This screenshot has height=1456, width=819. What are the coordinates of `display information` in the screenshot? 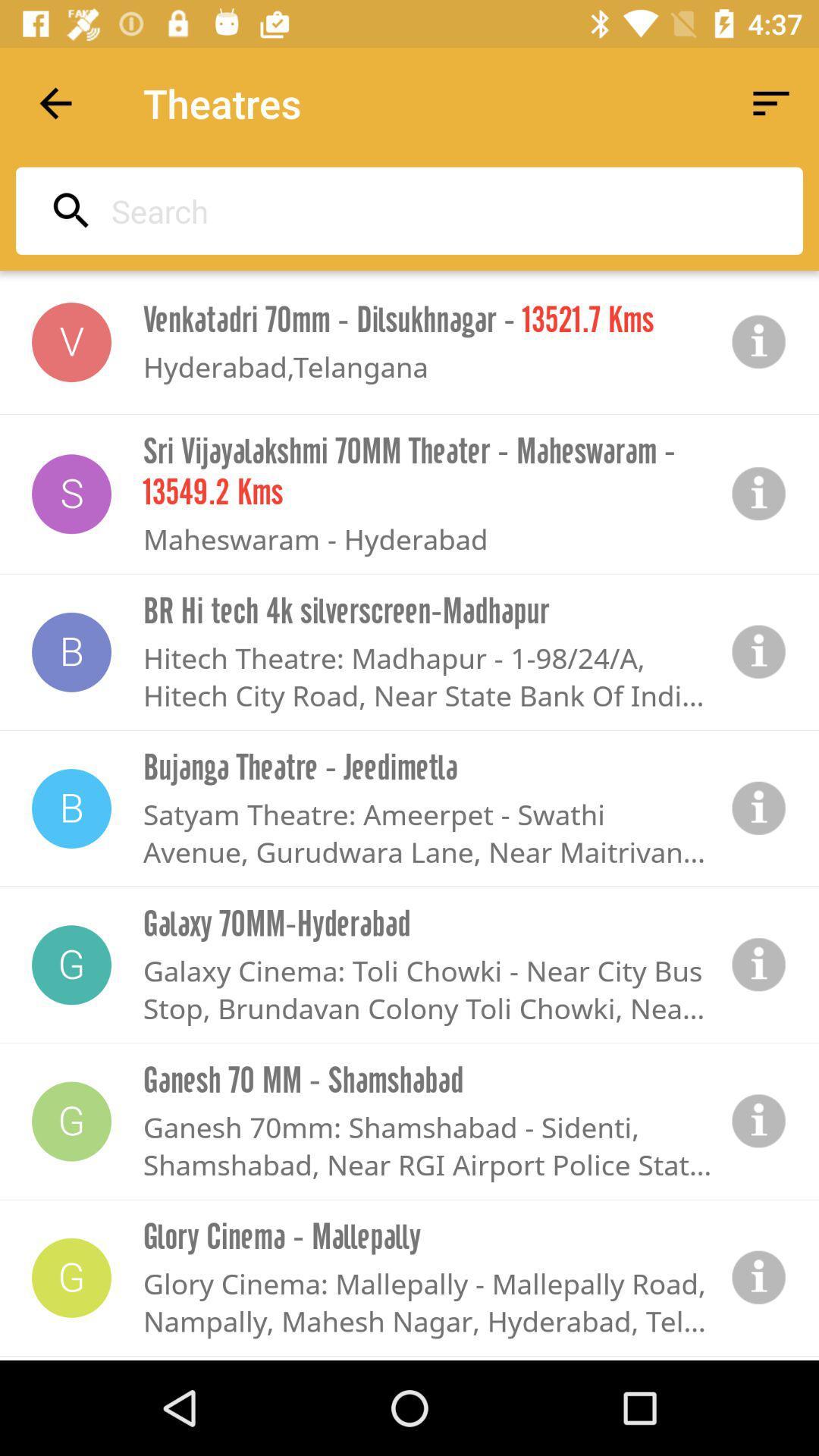 It's located at (759, 964).